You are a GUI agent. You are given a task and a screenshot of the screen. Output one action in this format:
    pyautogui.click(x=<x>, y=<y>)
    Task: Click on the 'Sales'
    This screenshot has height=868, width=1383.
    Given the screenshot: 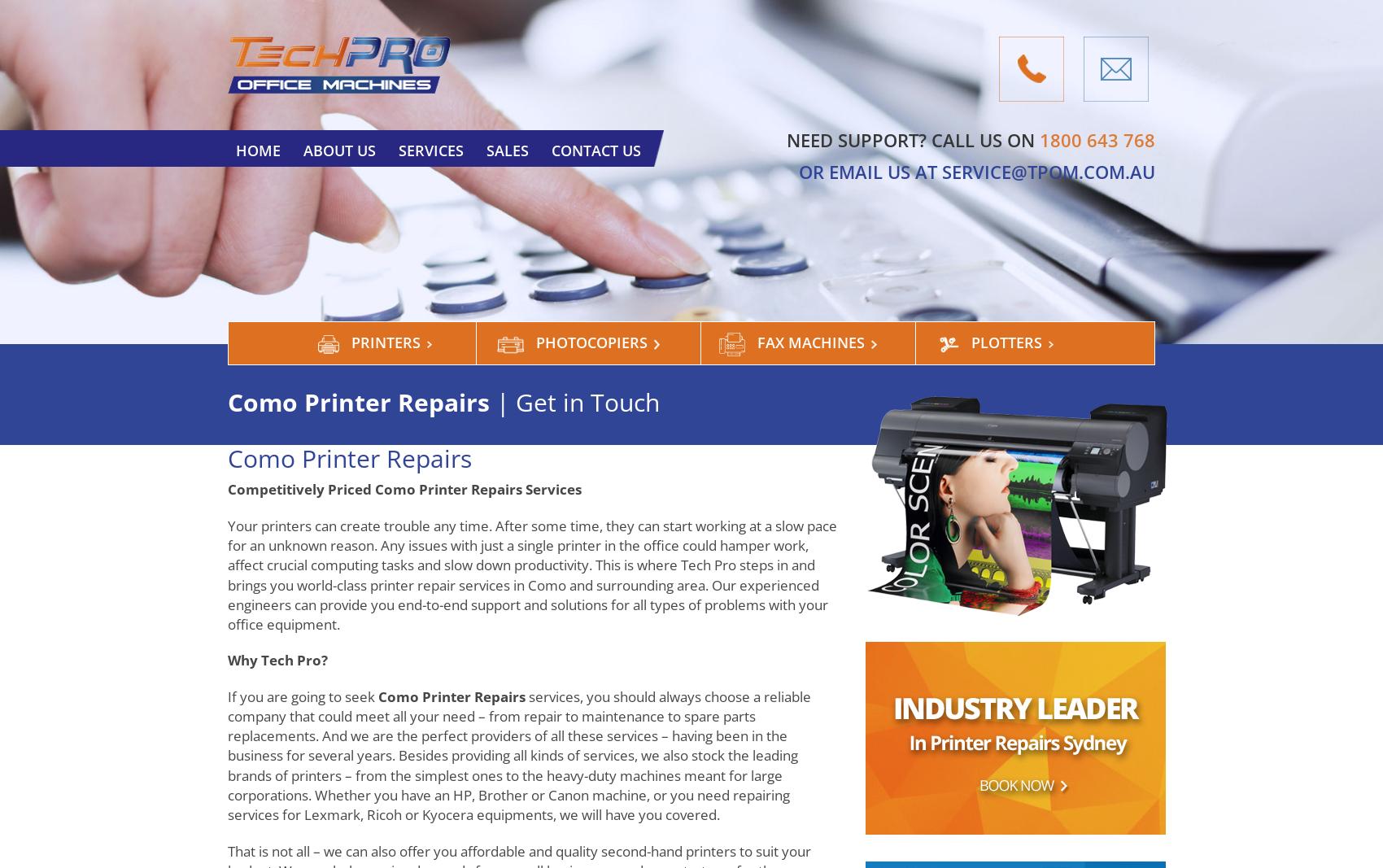 What is the action you would take?
    pyautogui.click(x=507, y=150)
    